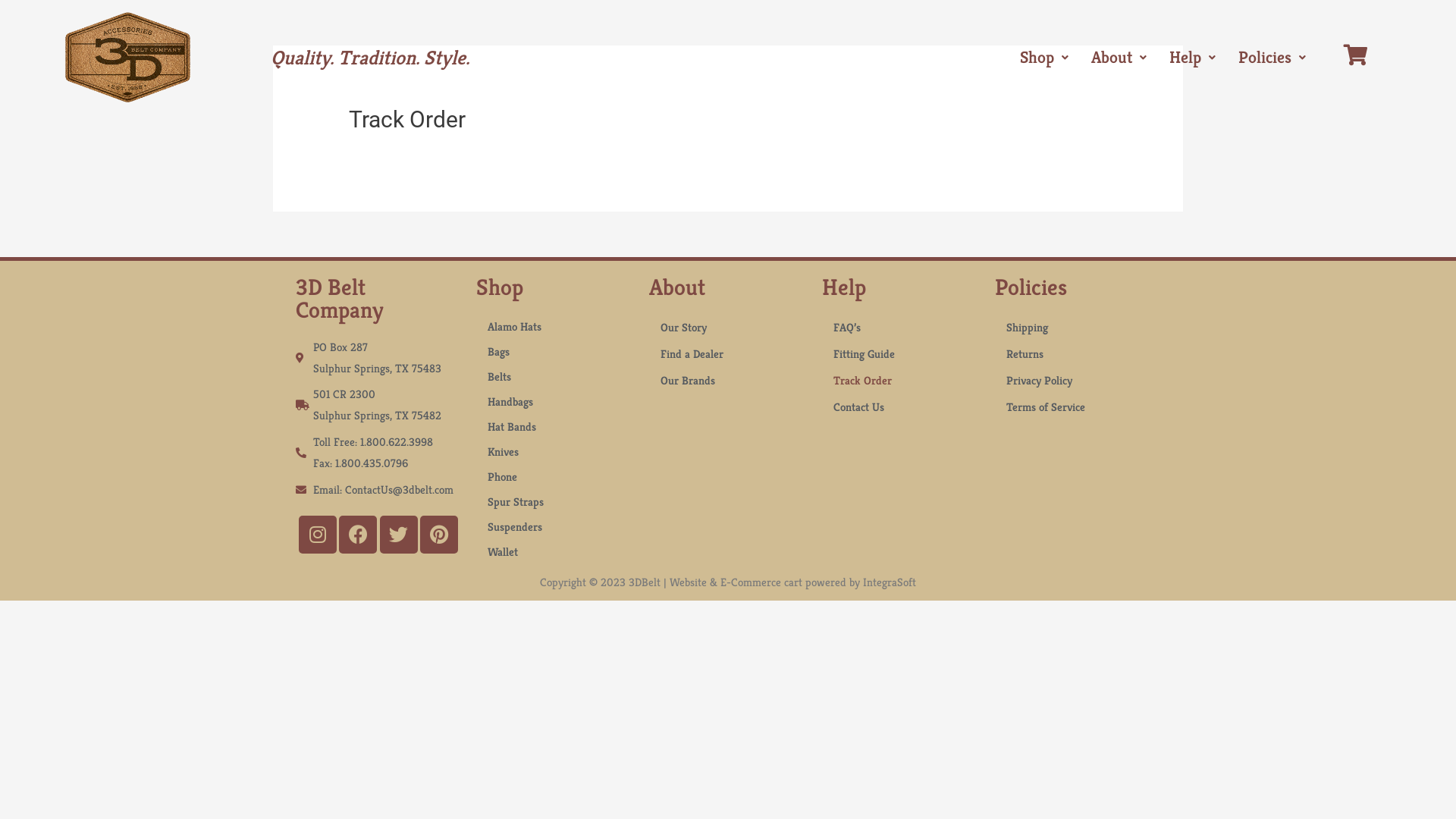 Image resolution: width=1456 pixels, height=819 pixels. I want to click on 'Fitting Guide', so click(901, 353).